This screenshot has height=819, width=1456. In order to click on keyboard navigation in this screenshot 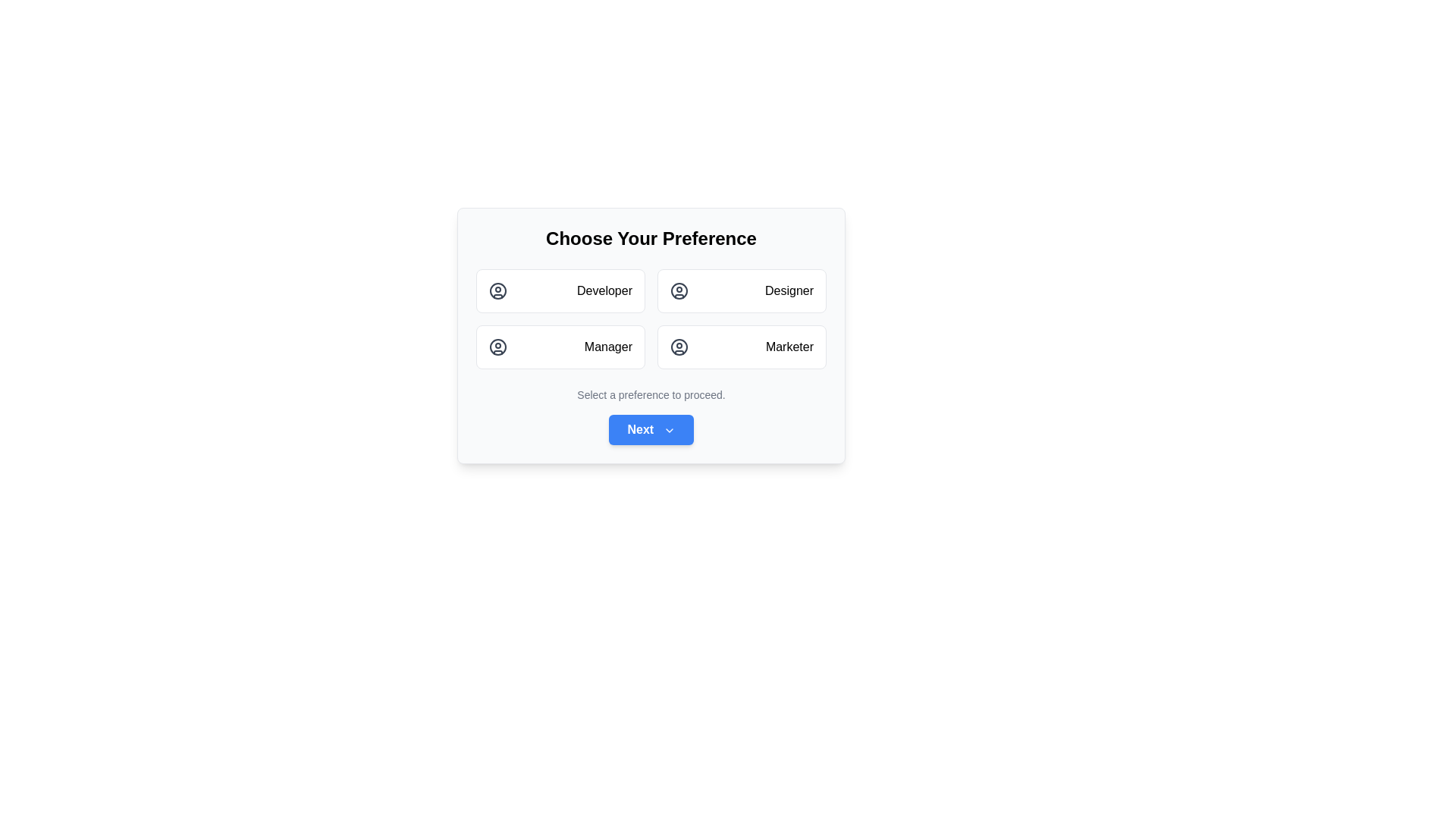, I will do `click(742, 291)`.